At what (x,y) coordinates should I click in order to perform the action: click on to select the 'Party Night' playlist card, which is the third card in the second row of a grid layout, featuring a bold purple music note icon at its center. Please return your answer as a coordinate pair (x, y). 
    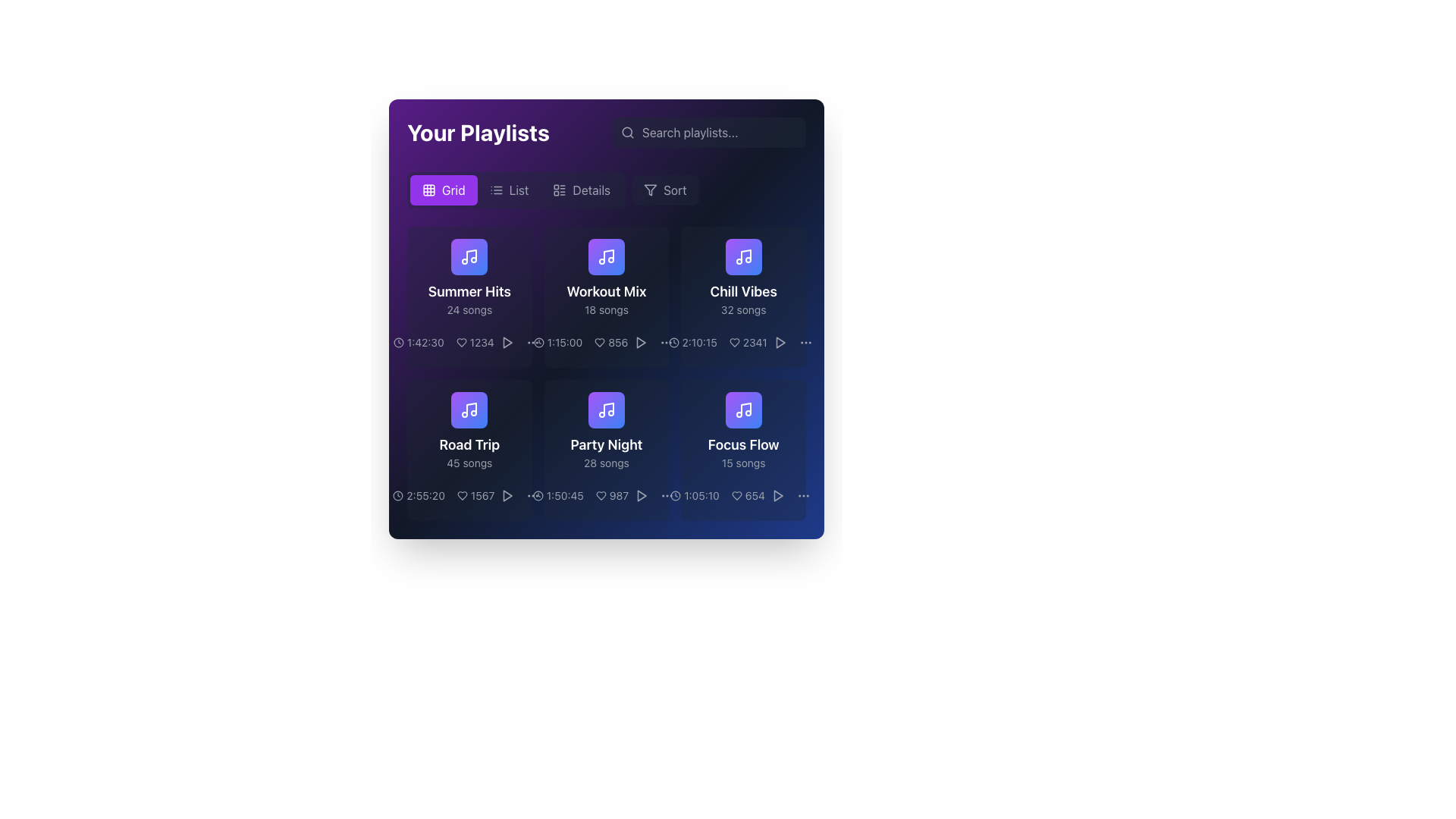
    Looking at the image, I should click on (607, 450).